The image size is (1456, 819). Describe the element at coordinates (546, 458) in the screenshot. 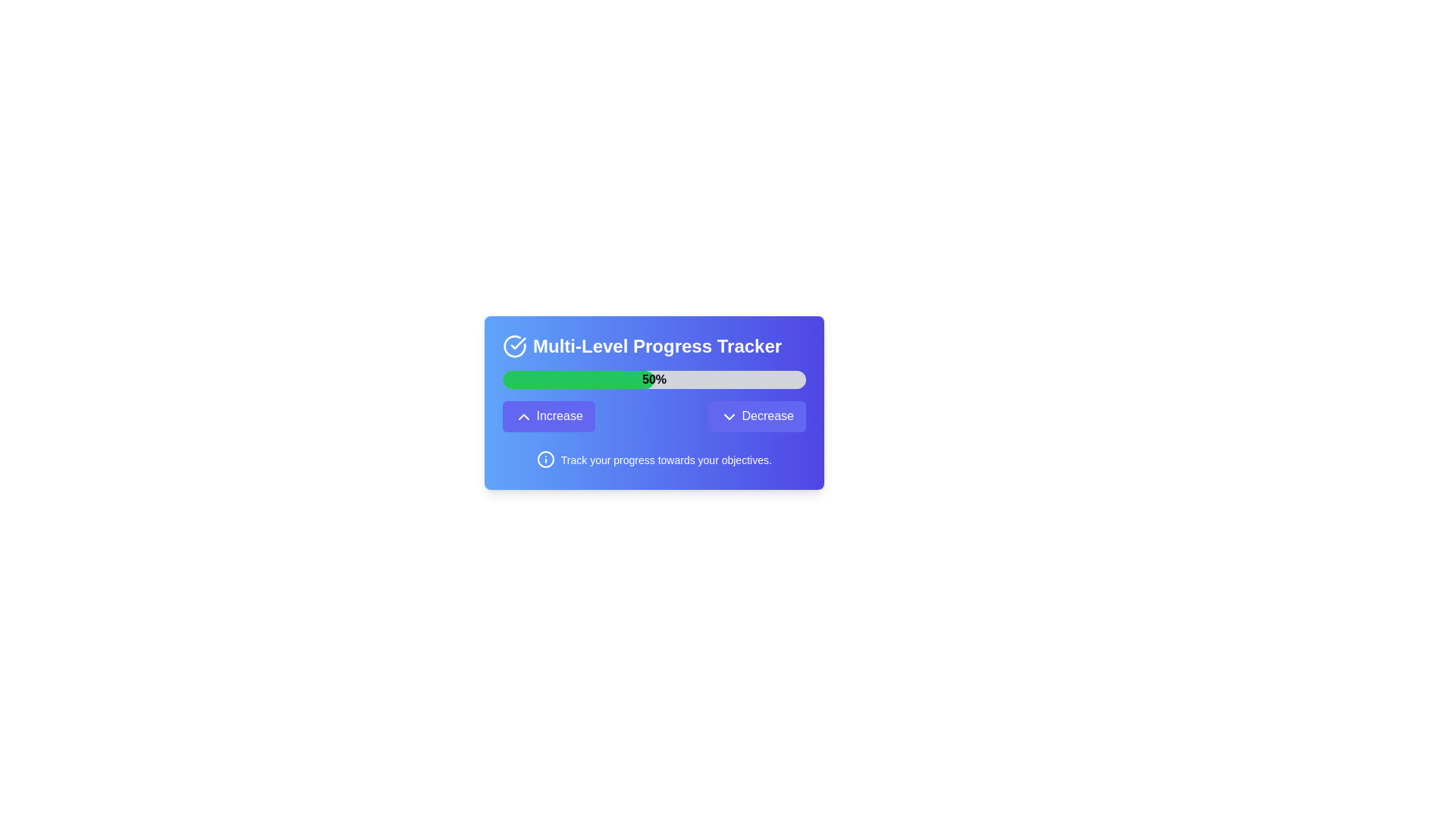

I see `the small circular info icon located to the left of the text 'Track your progress towards your objectives.'` at that location.